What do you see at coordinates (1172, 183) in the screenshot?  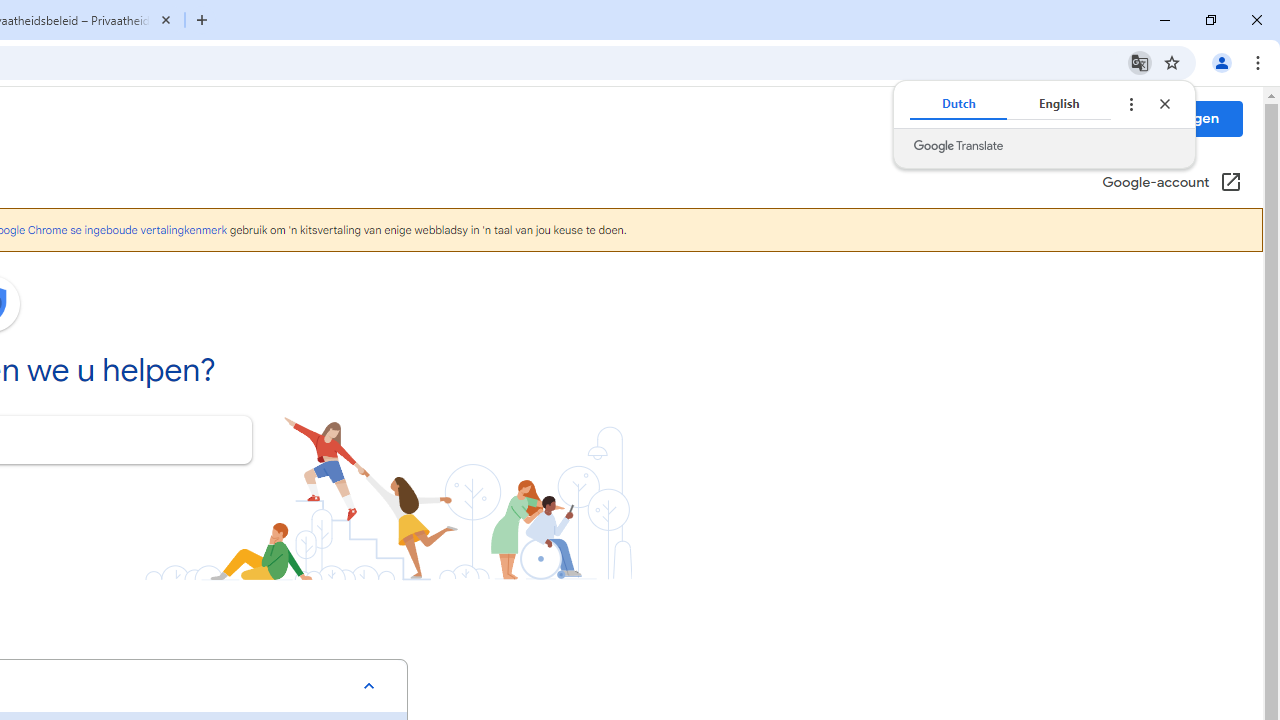 I see `'Google-account (Openen in een nieuw venster)'` at bounding box center [1172, 183].